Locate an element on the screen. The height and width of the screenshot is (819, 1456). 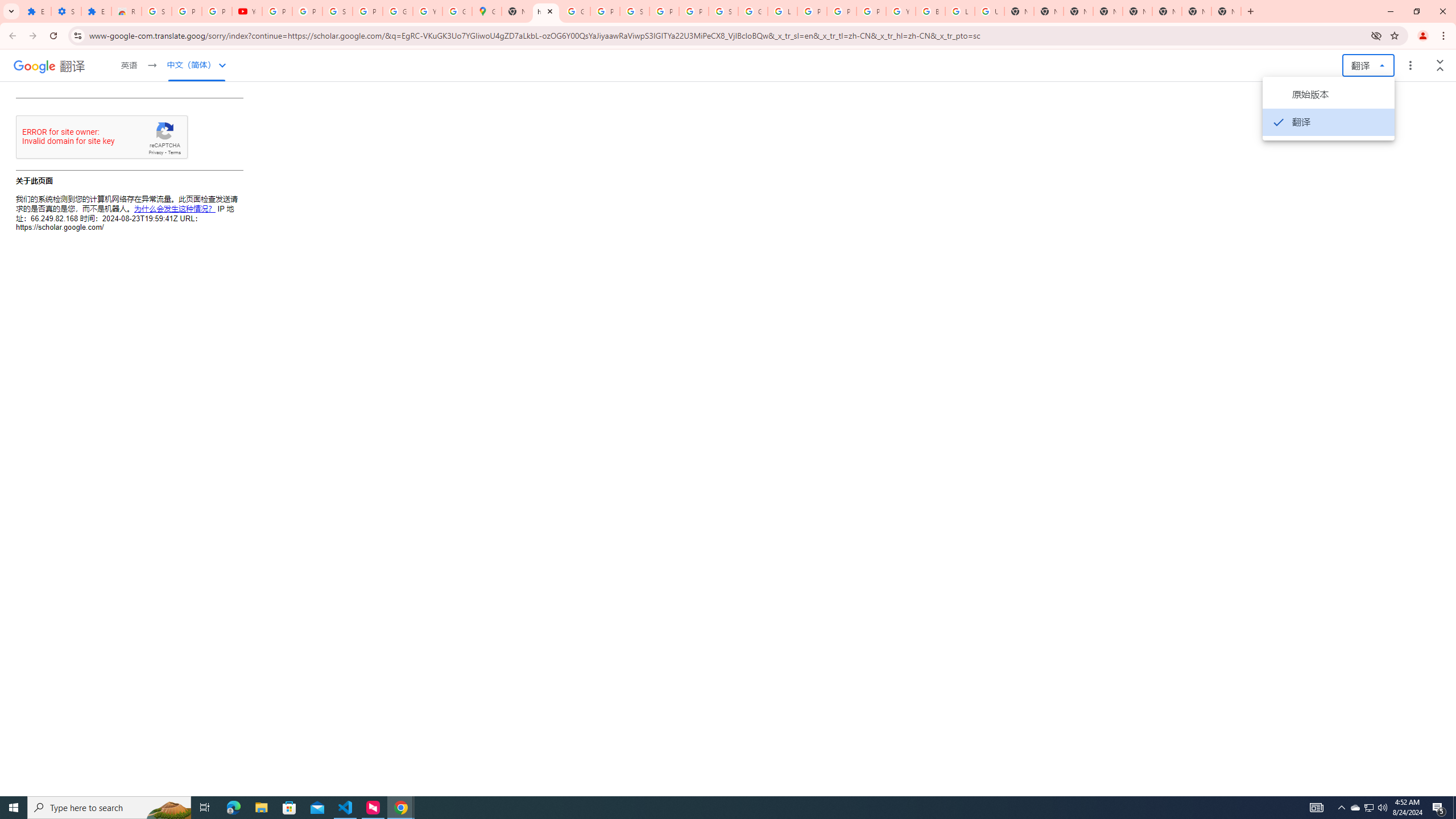
'Privacy Help Center - Policies Help' is located at coordinates (841, 11).